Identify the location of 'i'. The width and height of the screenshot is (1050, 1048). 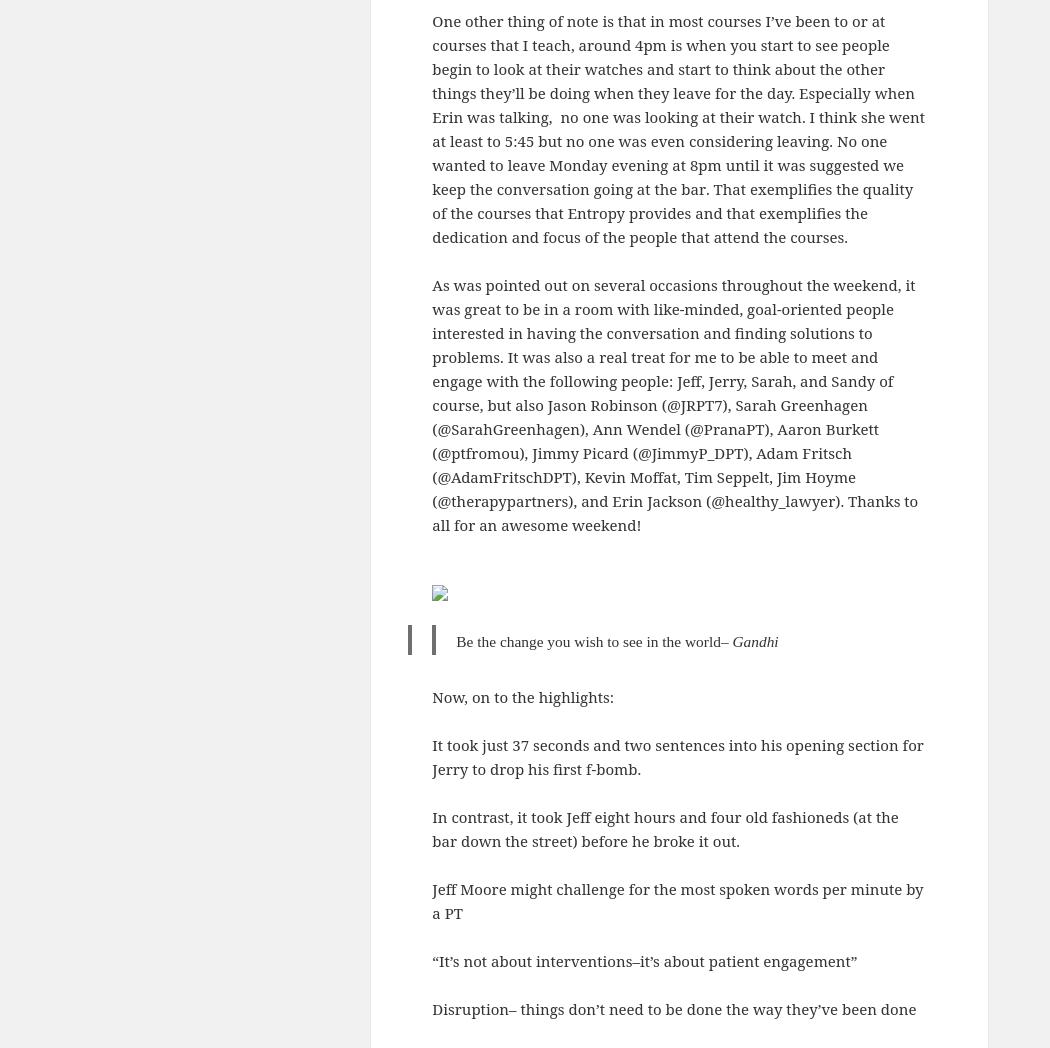
(775, 639).